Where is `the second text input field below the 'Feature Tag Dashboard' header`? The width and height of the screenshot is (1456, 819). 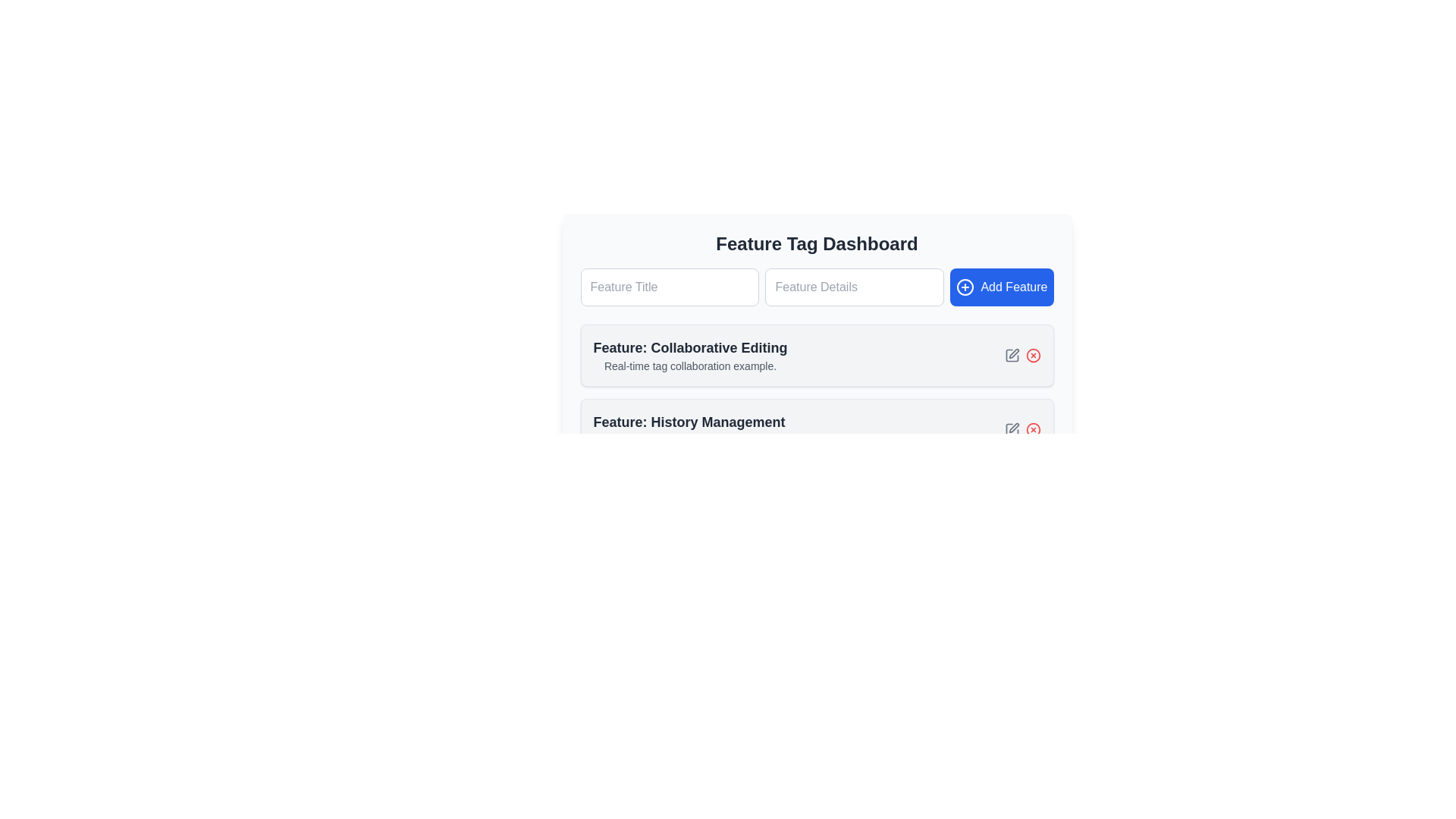
the second text input field below the 'Feature Tag Dashboard' header is located at coordinates (816, 287).